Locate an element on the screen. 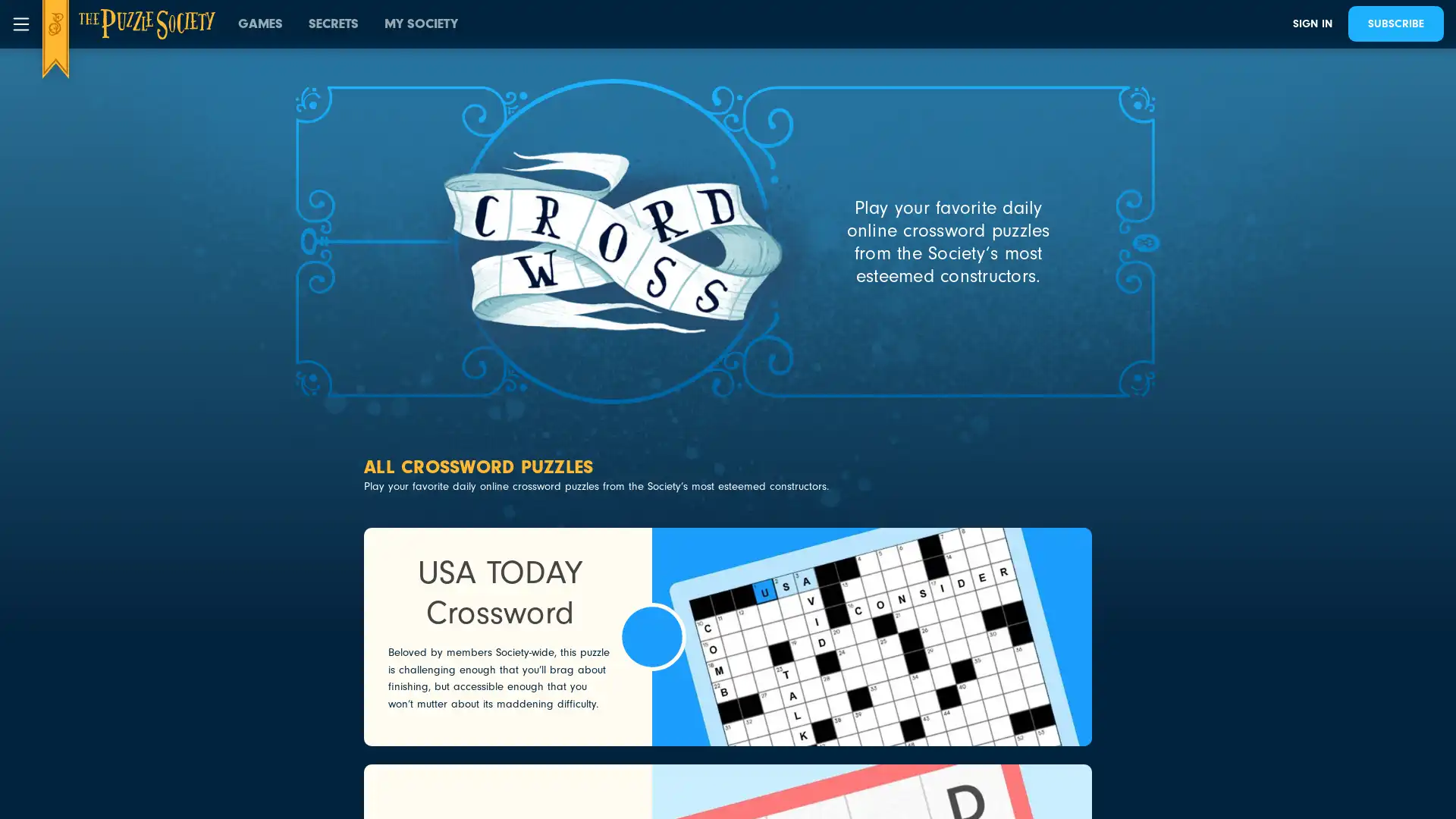 This screenshot has height=819, width=1456. SUBSCRIBE is located at coordinates (1395, 24).